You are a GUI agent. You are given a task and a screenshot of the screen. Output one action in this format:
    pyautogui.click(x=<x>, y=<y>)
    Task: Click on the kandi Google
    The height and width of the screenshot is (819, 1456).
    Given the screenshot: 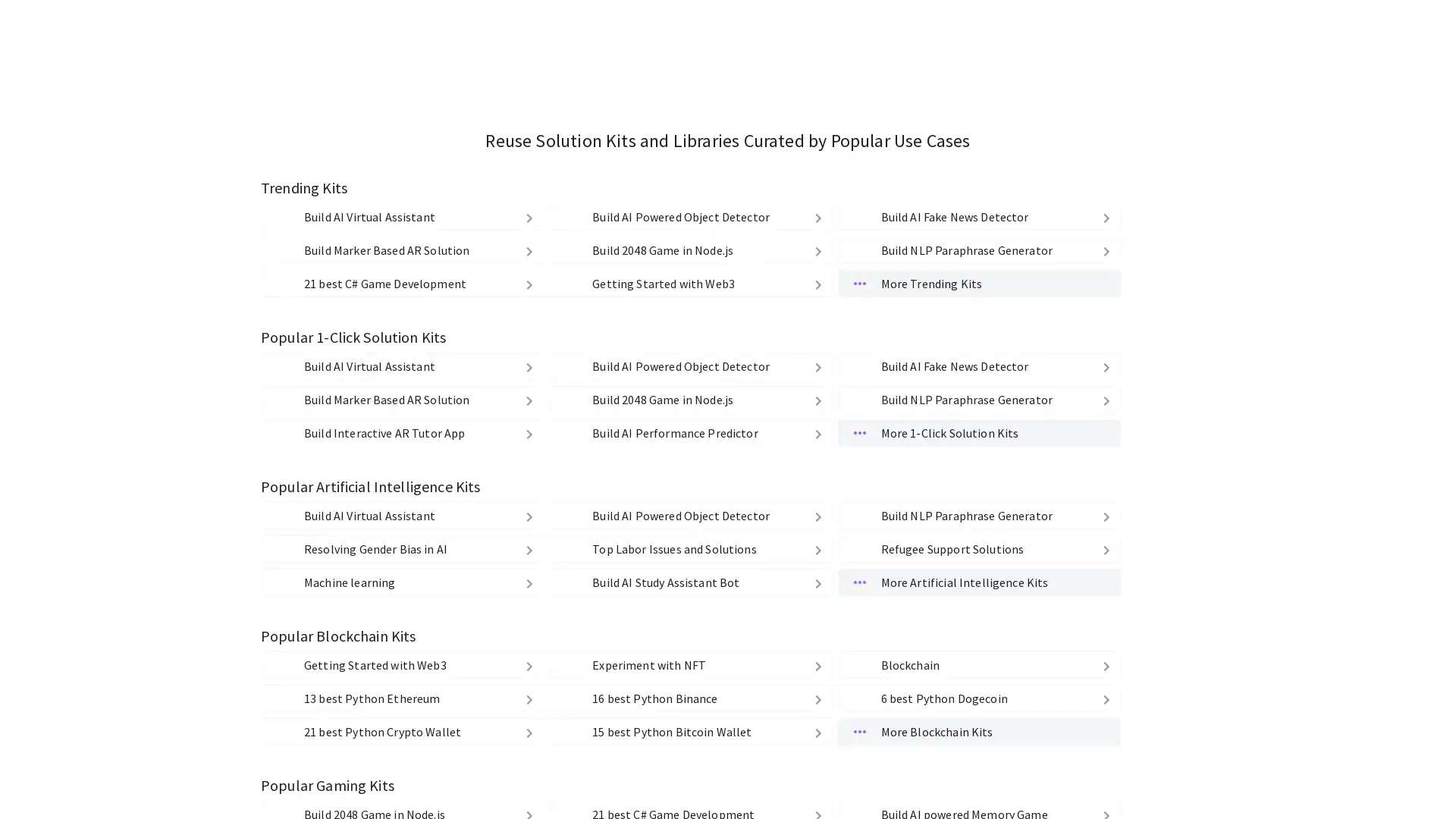 What is the action you would take?
    pyautogui.click(x=1293, y=51)
    